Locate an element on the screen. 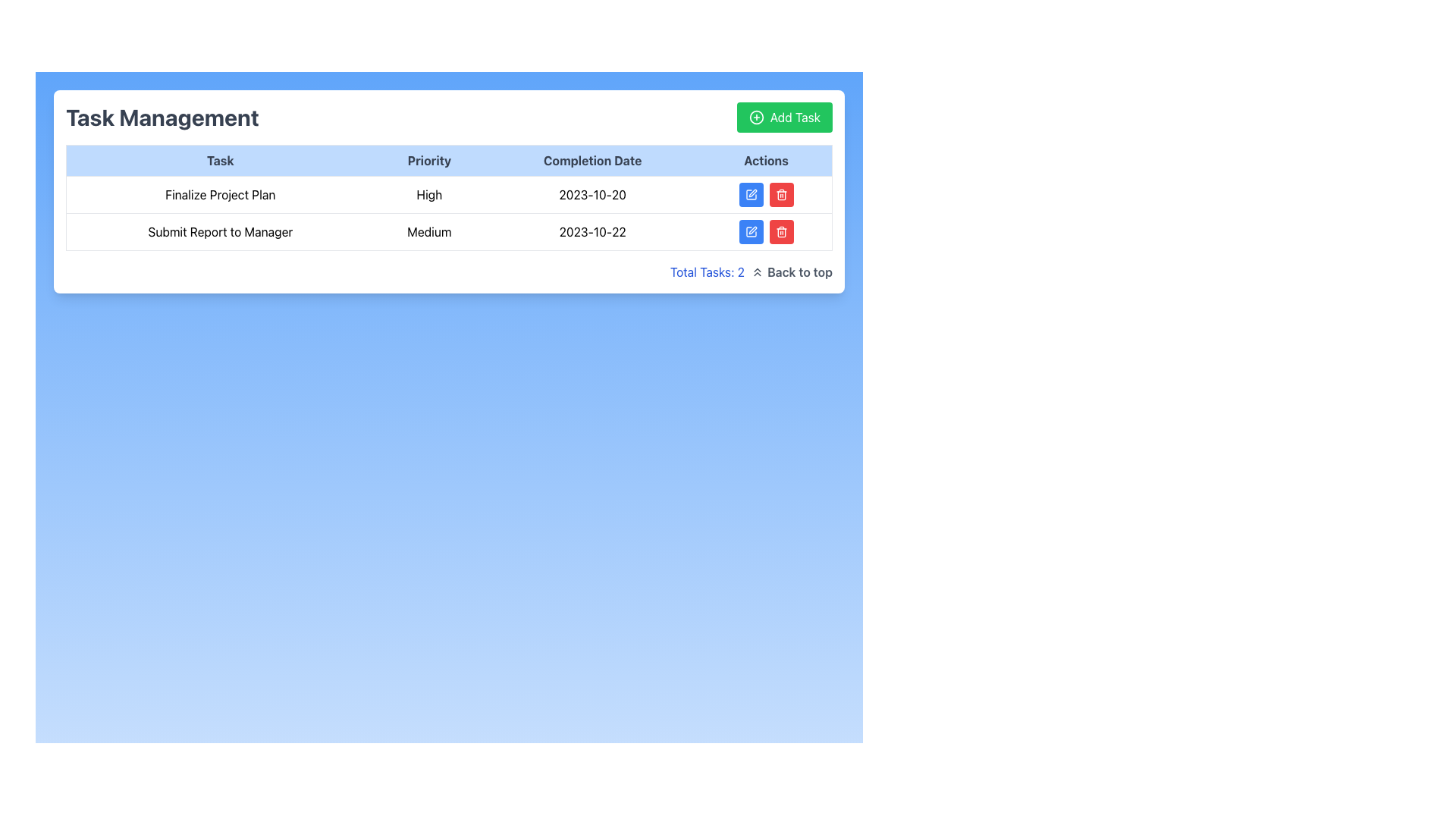  prominently styled text label that reads 'Task Management', located at the top-left of the content section is located at coordinates (162, 116).